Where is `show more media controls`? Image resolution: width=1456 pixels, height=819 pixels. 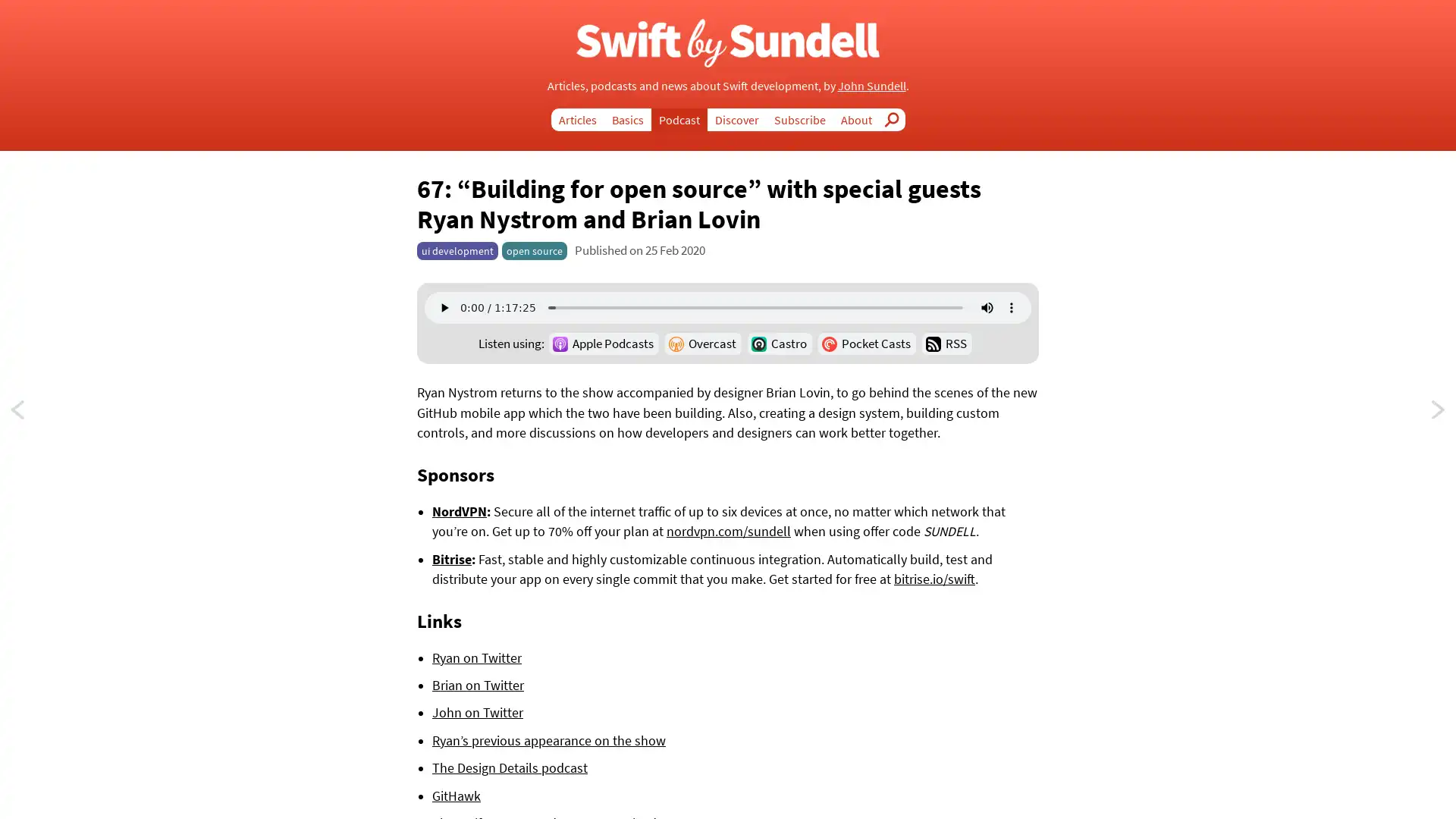 show more media controls is located at coordinates (1012, 307).